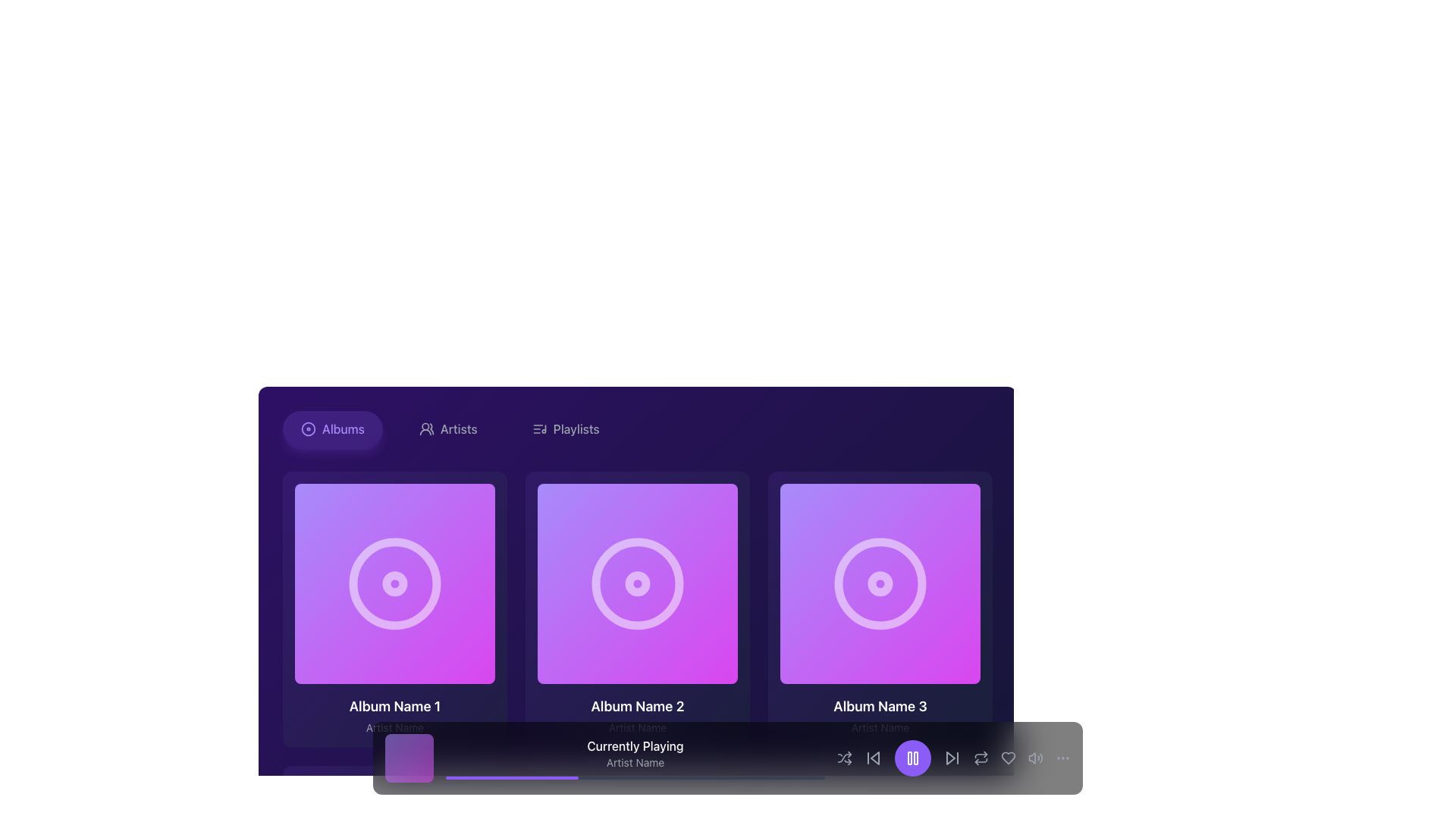 The image size is (1456, 819). What do you see at coordinates (745, 778) in the screenshot?
I see `the slider` at bounding box center [745, 778].